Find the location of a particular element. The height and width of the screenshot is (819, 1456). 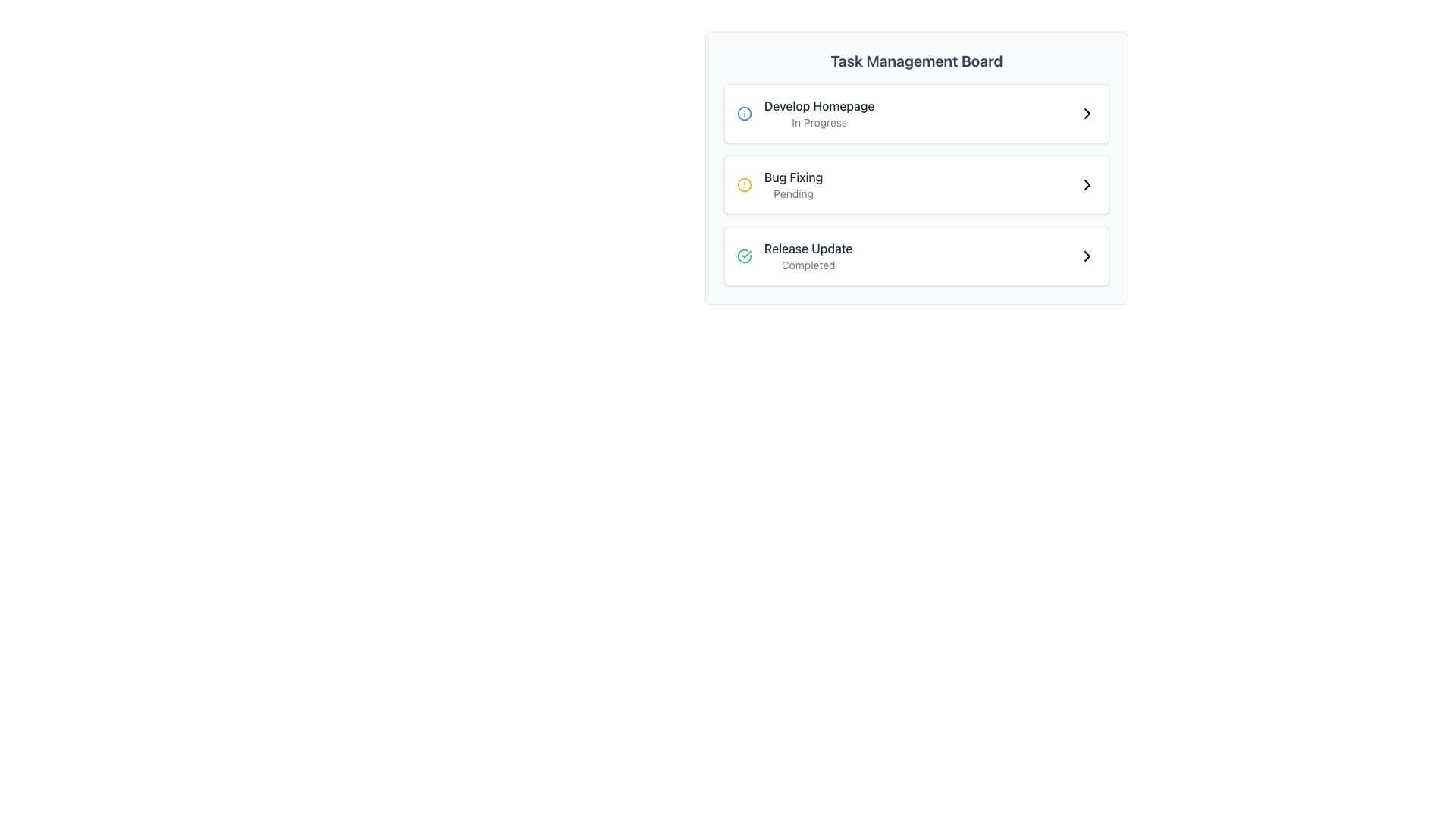

text information from the 'Release Update' element, which includes a green check icon, the title 'Release Update' in bold black, and the smaller text 'Completed' below it, located in the third row of the task cards is located at coordinates (794, 256).